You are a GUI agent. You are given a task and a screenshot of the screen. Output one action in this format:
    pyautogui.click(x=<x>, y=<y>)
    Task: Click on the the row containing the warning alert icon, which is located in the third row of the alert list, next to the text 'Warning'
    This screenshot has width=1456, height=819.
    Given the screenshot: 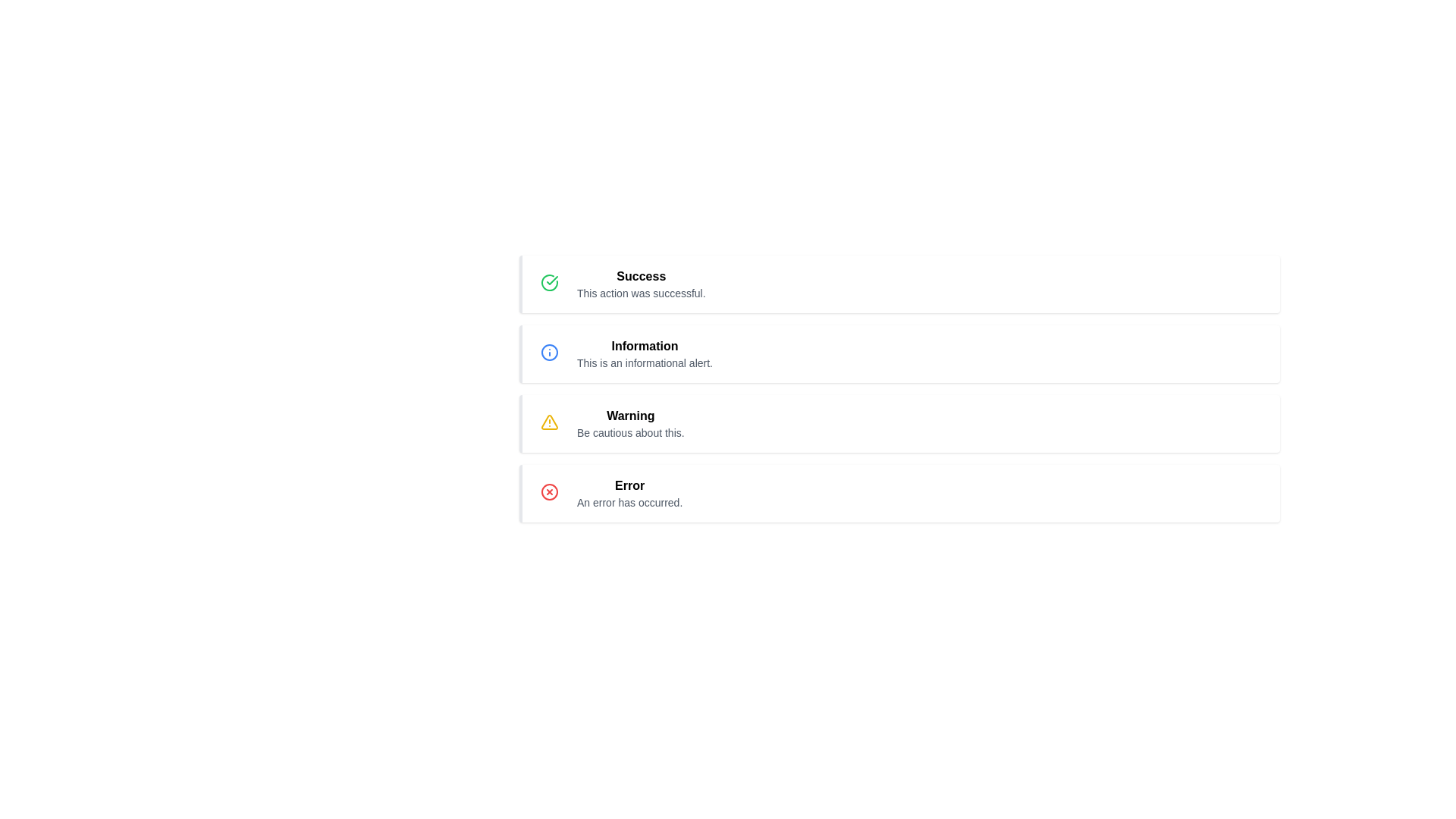 What is the action you would take?
    pyautogui.click(x=548, y=422)
    